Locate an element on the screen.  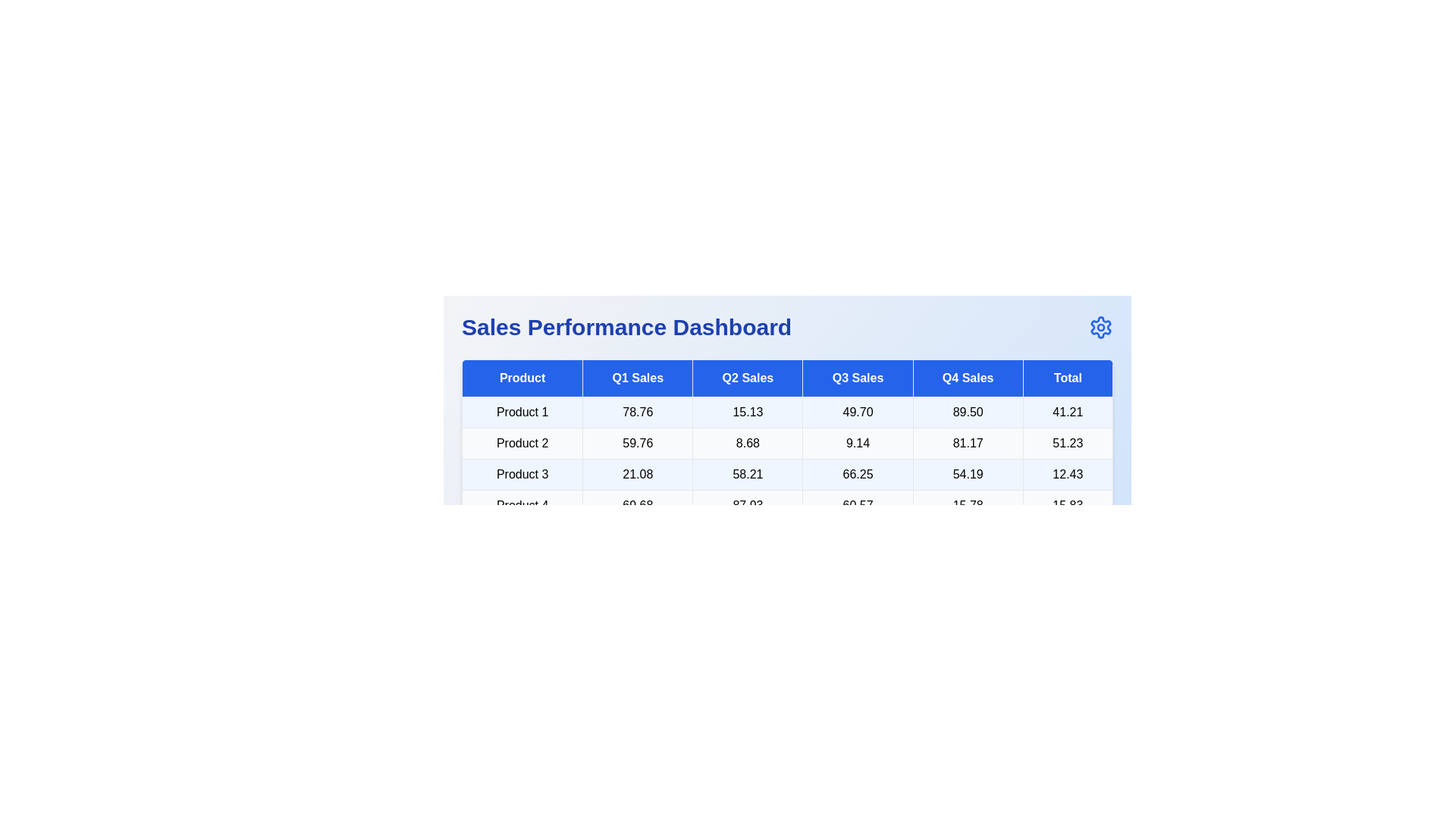
the header Total to sort the table by that column is located at coordinates (1066, 377).